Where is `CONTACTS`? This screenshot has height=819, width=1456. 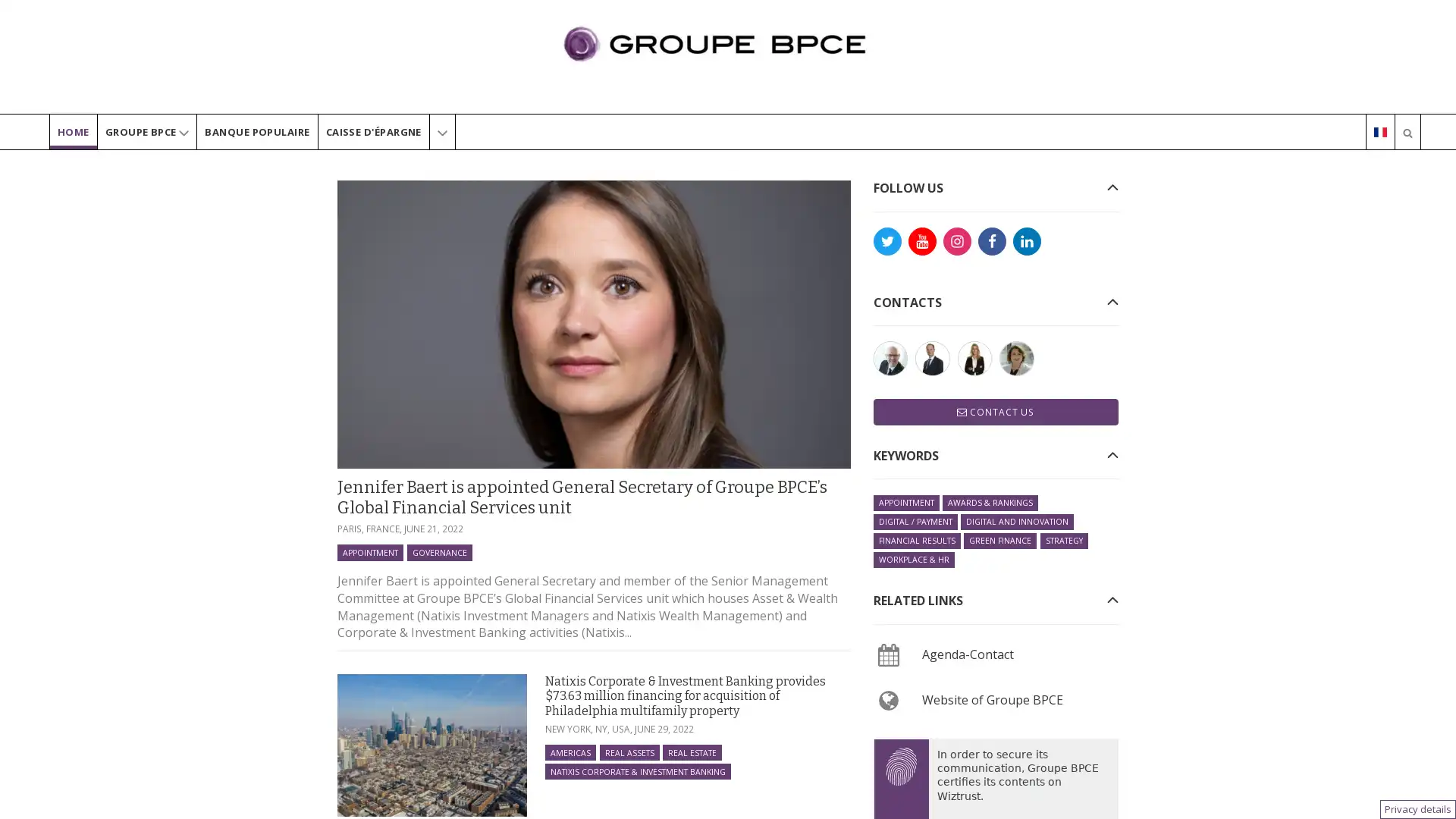
CONTACTS is located at coordinates (906, 301).